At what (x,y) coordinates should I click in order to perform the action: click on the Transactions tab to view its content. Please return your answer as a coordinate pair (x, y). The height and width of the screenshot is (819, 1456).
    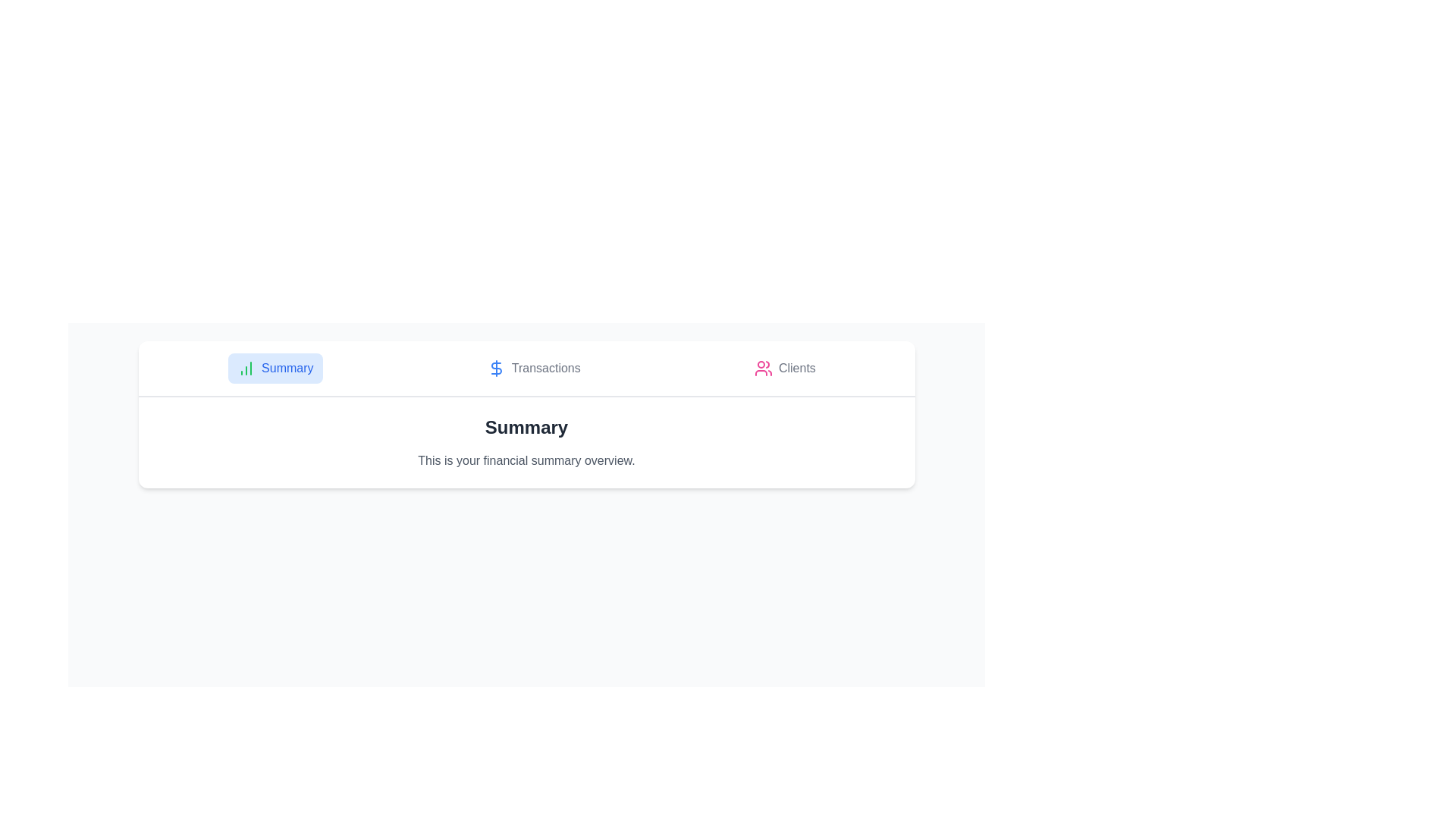
    Looking at the image, I should click on (534, 369).